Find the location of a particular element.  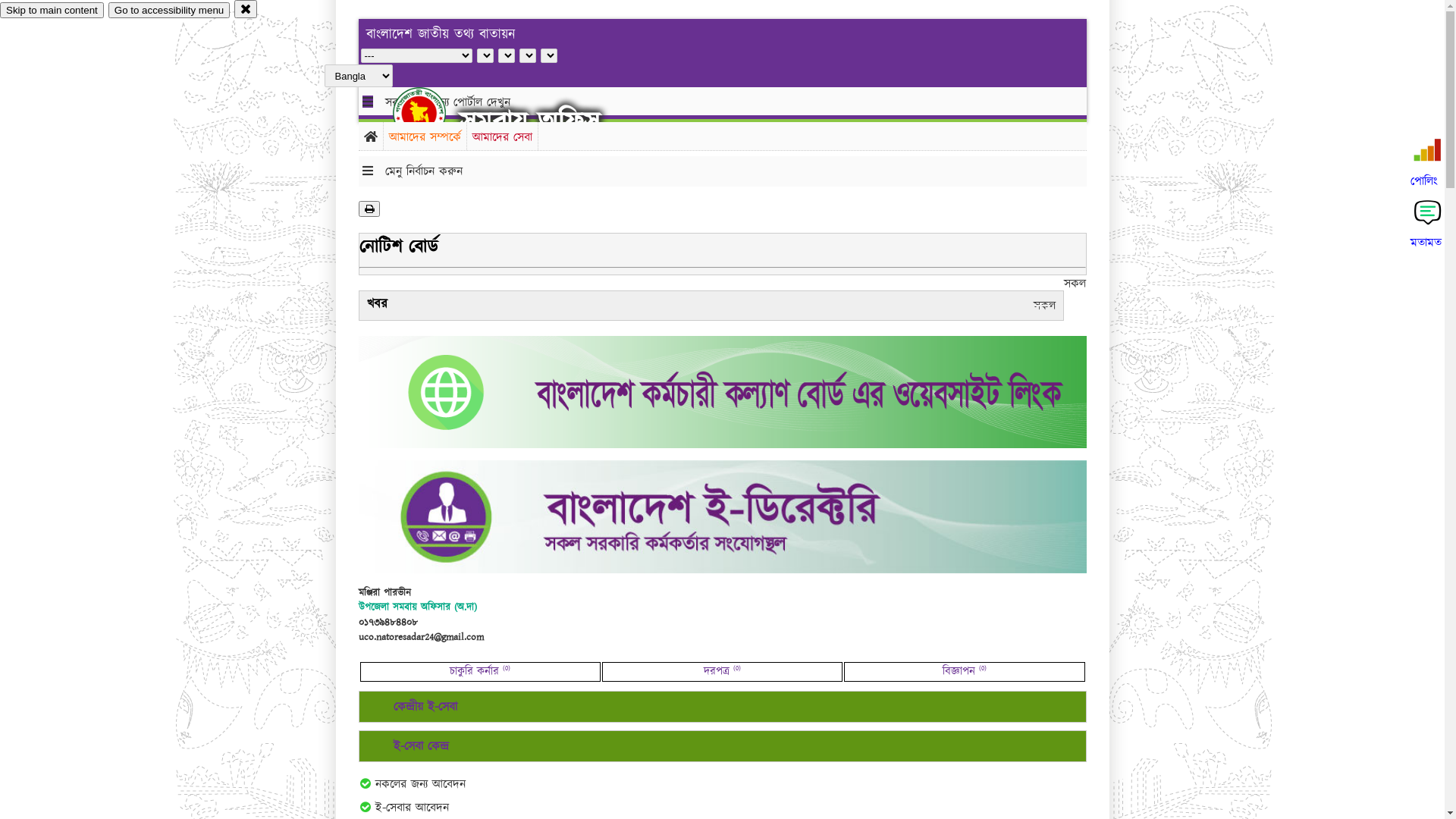

'Go to accessibility menu' is located at coordinates (168, 10).